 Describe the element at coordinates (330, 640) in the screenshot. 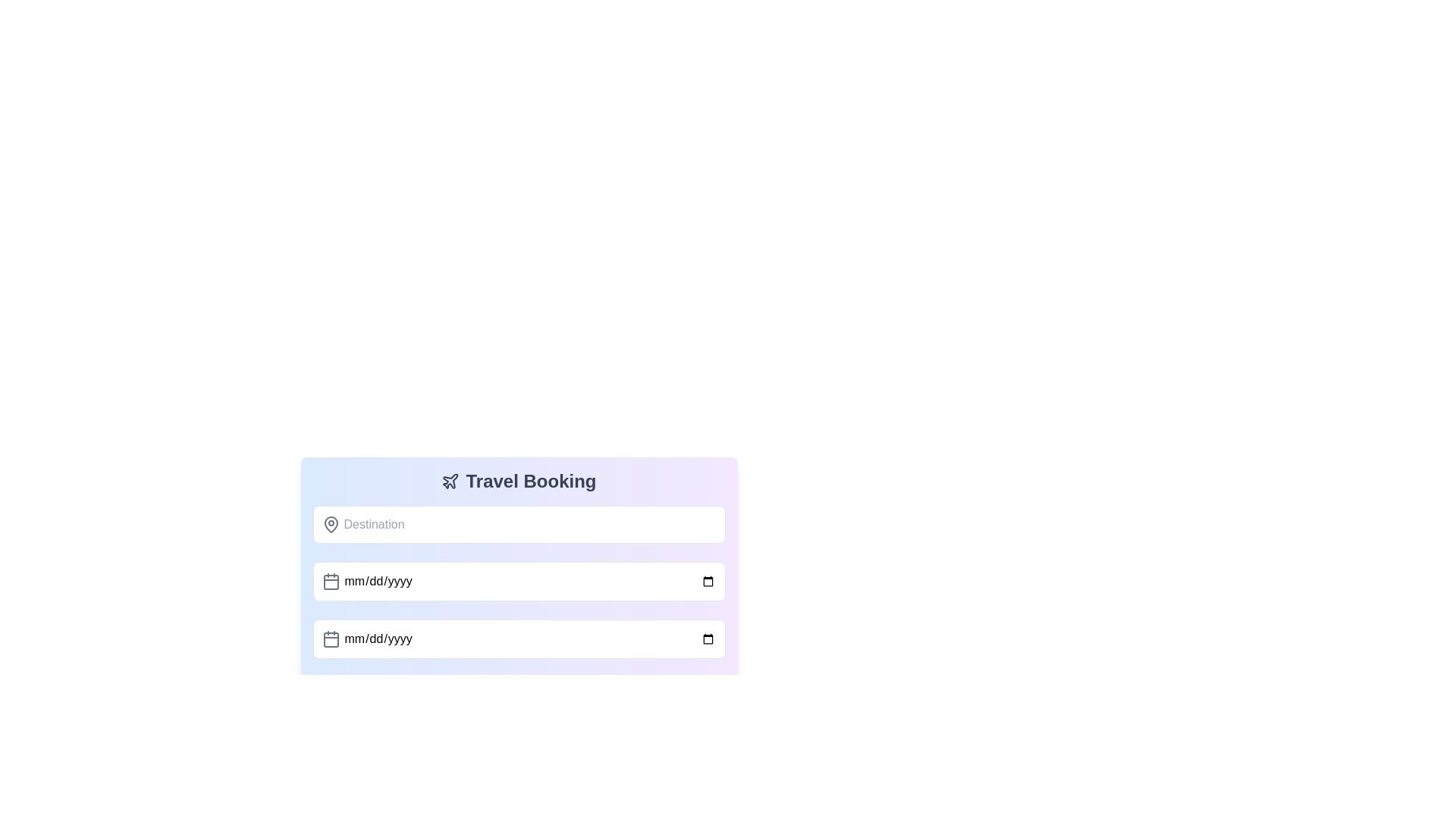

I see `the square calendar icon with rounded corners and horizontal lines, located near the lower input field of the 'Travel Booking' form` at that location.